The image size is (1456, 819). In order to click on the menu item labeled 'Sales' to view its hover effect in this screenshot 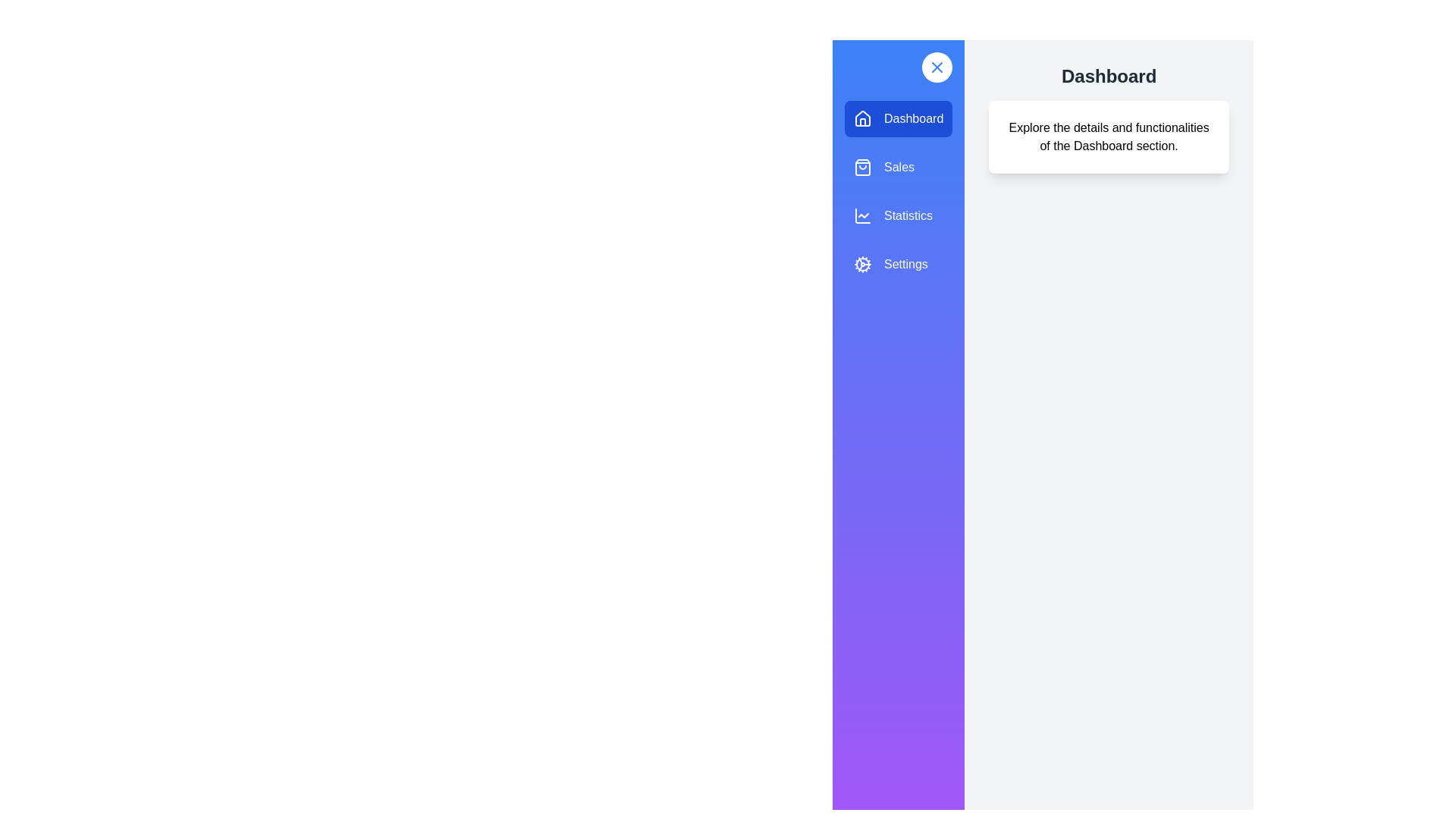, I will do `click(899, 167)`.